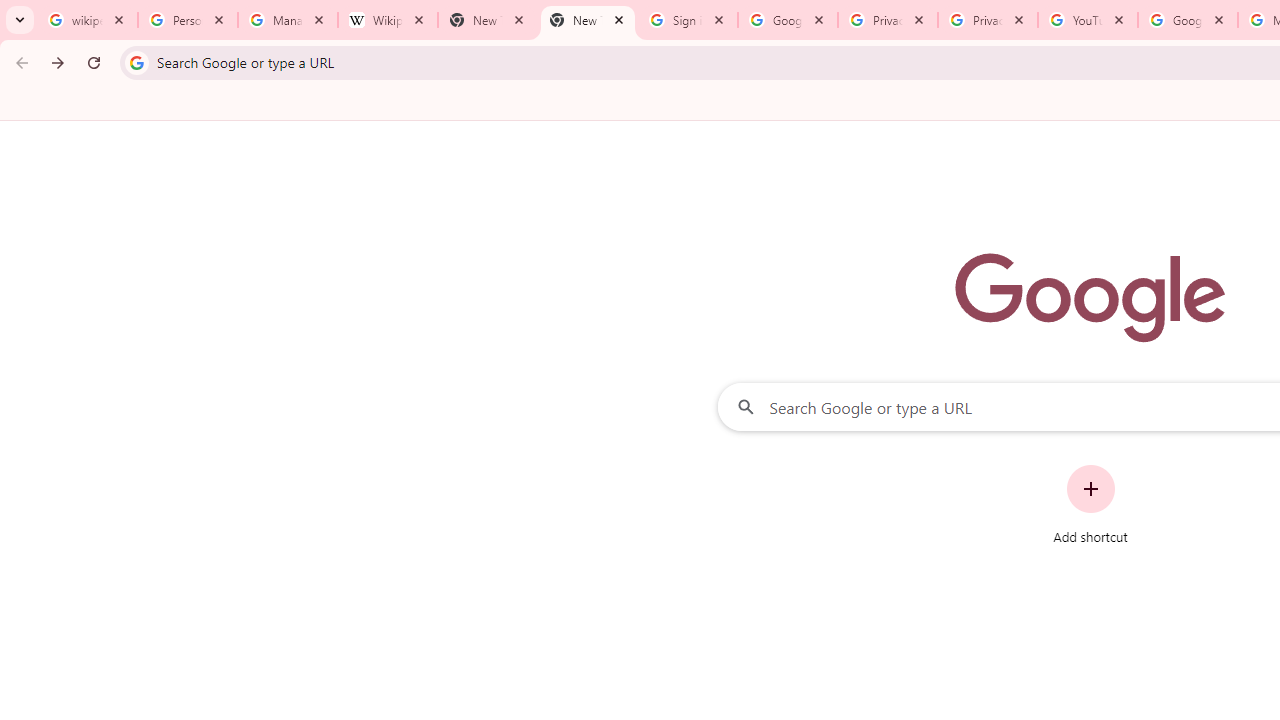 Image resolution: width=1280 pixels, height=720 pixels. Describe the element at coordinates (1087, 20) in the screenshot. I see `'YouTube'` at that location.